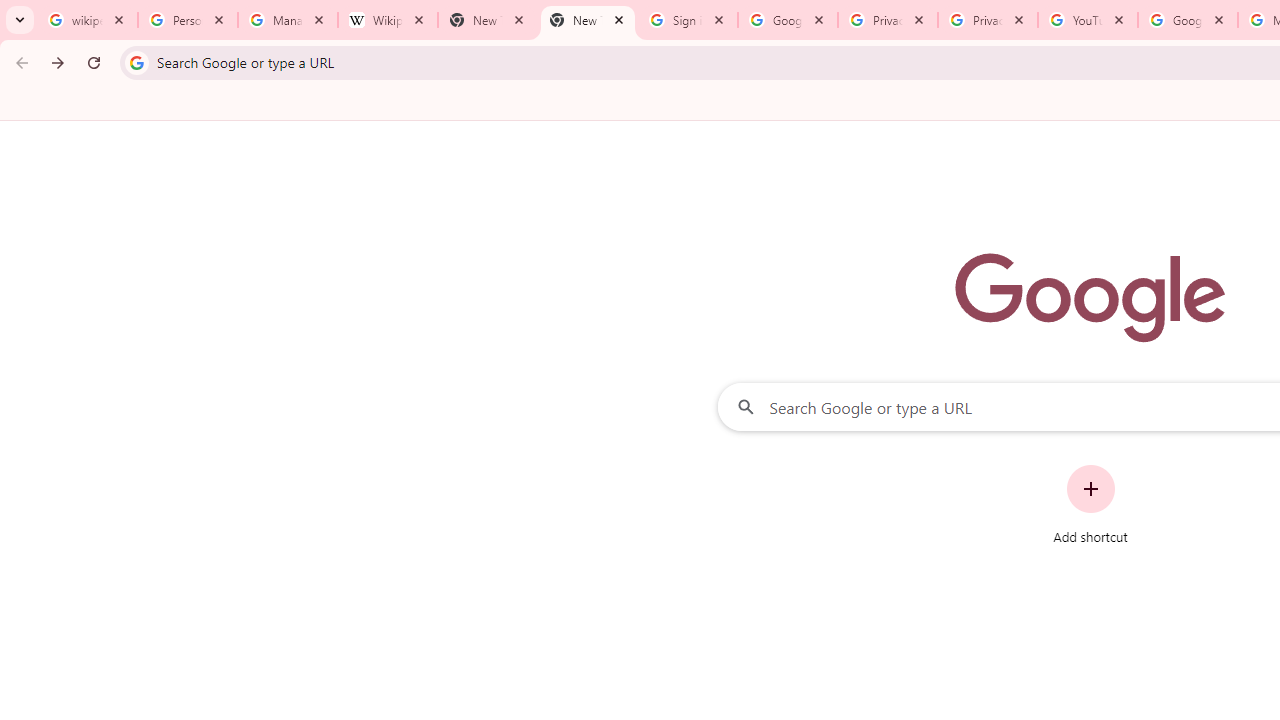 Image resolution: width=1280 pixels, height=720 pixels. Describe the element at coordinates (1087, 20) in the screenshot. I see `'YouTube'` at that location.